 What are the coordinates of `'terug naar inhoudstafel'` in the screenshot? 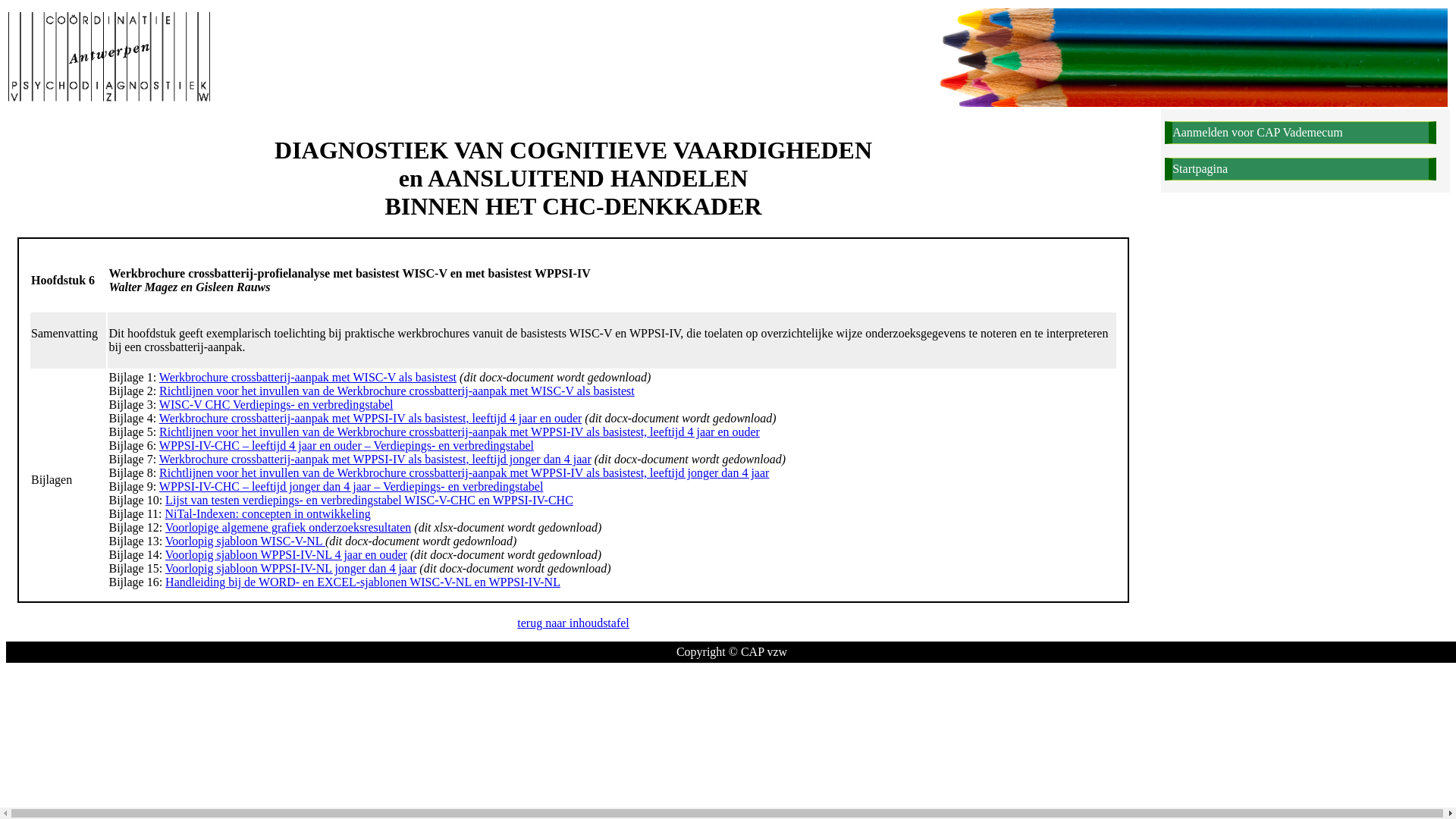 It's located at (516, 623).